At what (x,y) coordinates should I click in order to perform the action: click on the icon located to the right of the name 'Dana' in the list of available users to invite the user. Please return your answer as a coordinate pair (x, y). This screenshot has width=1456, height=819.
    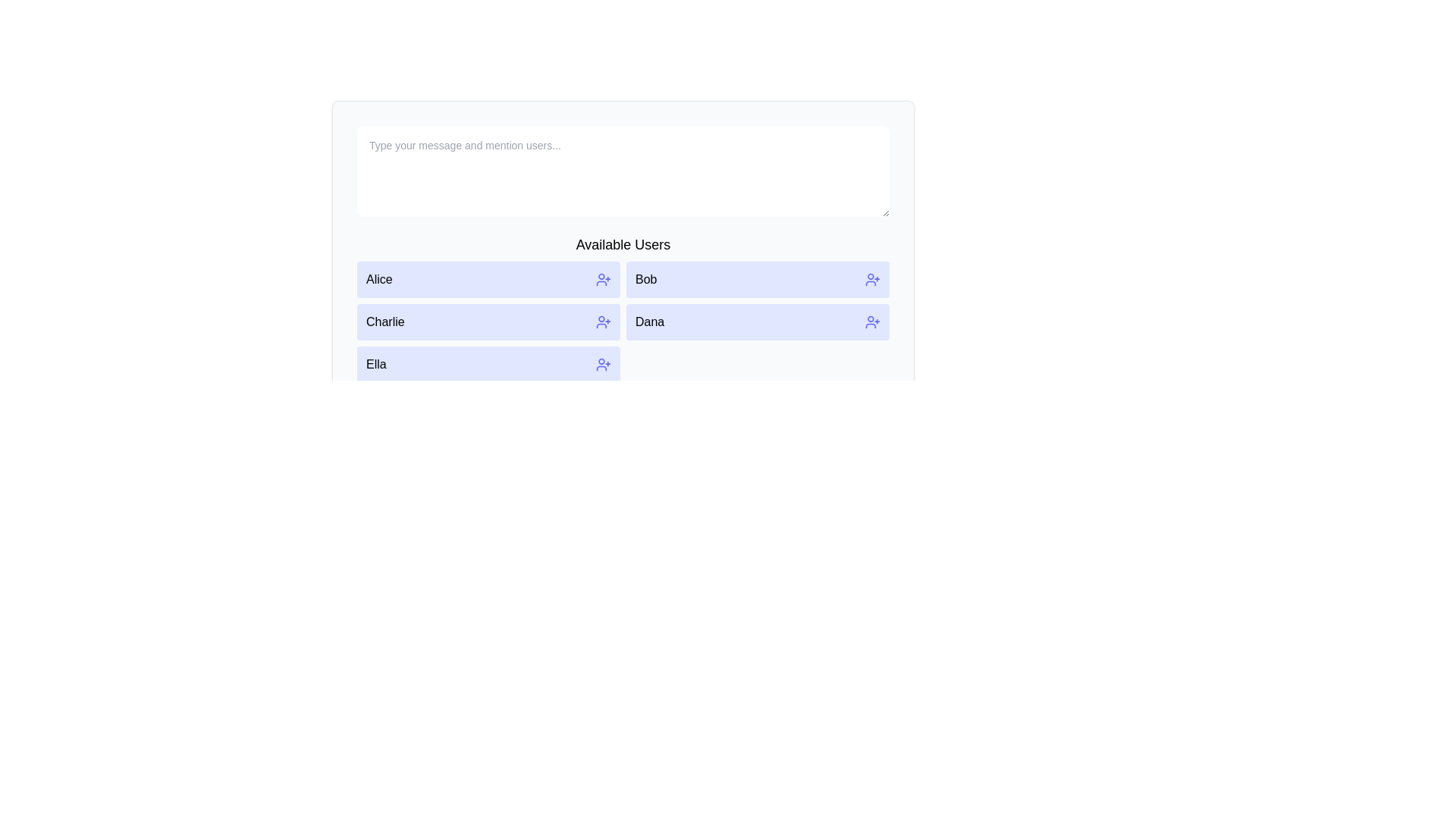
    Looking at the image, I should click on (873, 321).